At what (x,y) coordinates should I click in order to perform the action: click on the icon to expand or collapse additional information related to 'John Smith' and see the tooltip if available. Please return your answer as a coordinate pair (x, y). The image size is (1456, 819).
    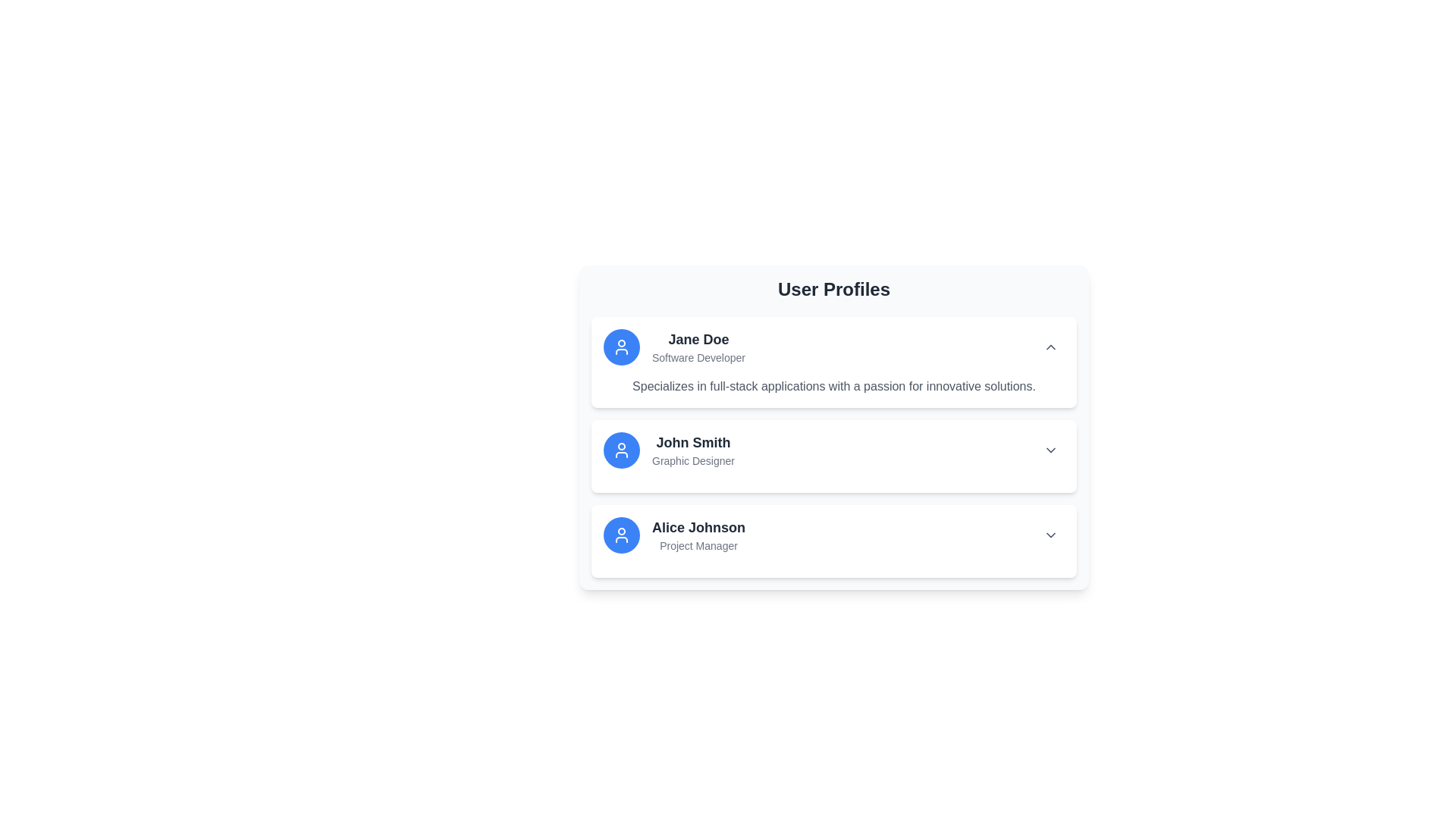
    Looking at the image, I should click on (1050, 450).